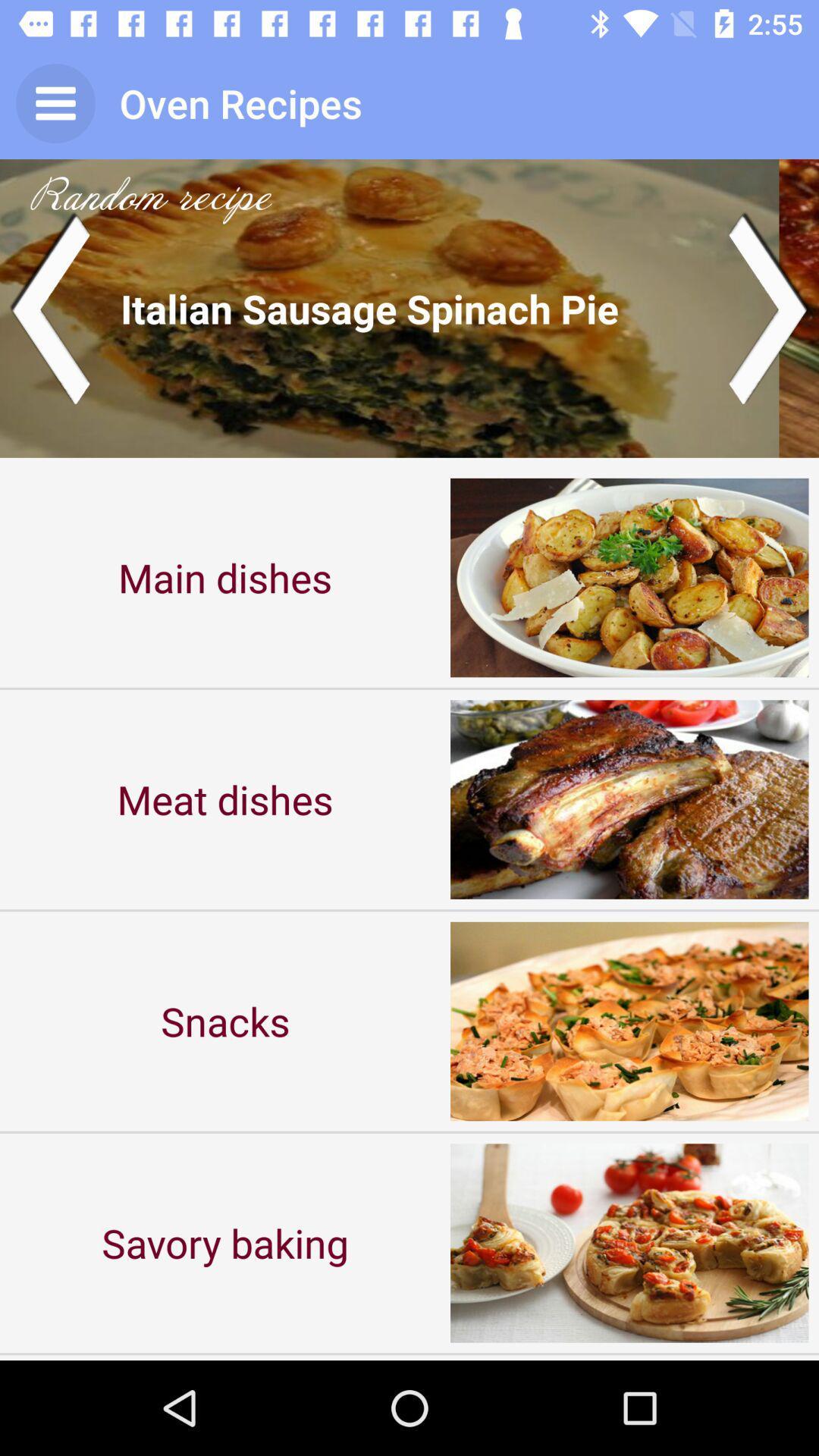 This screenshot has width=819, height=1456. Describe the element at coordinates (49, 307) in the screenshot. I see `show previous recipe` at that location.